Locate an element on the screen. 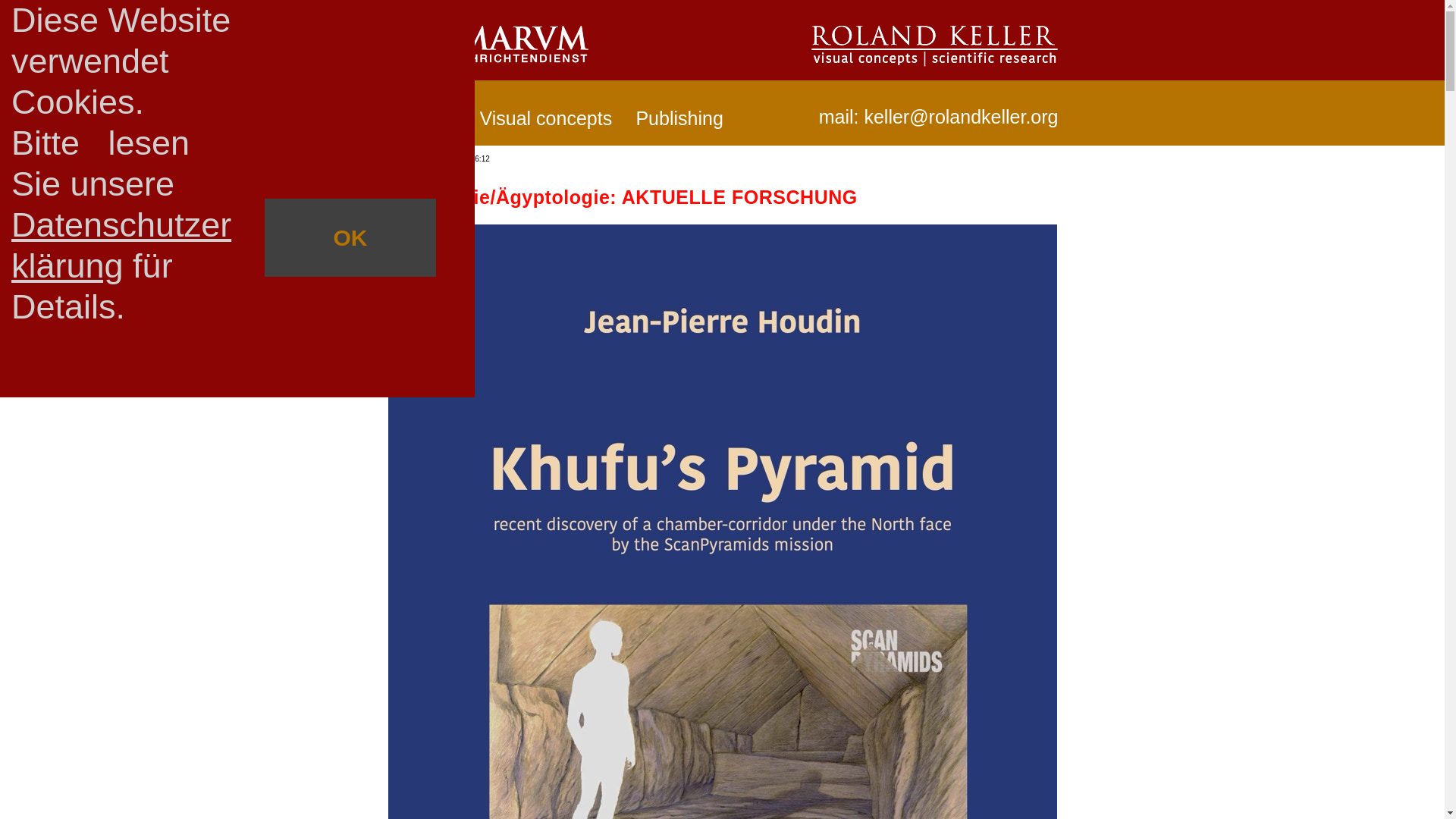  'ktualisiert:' is located at coordinates (411, 158).